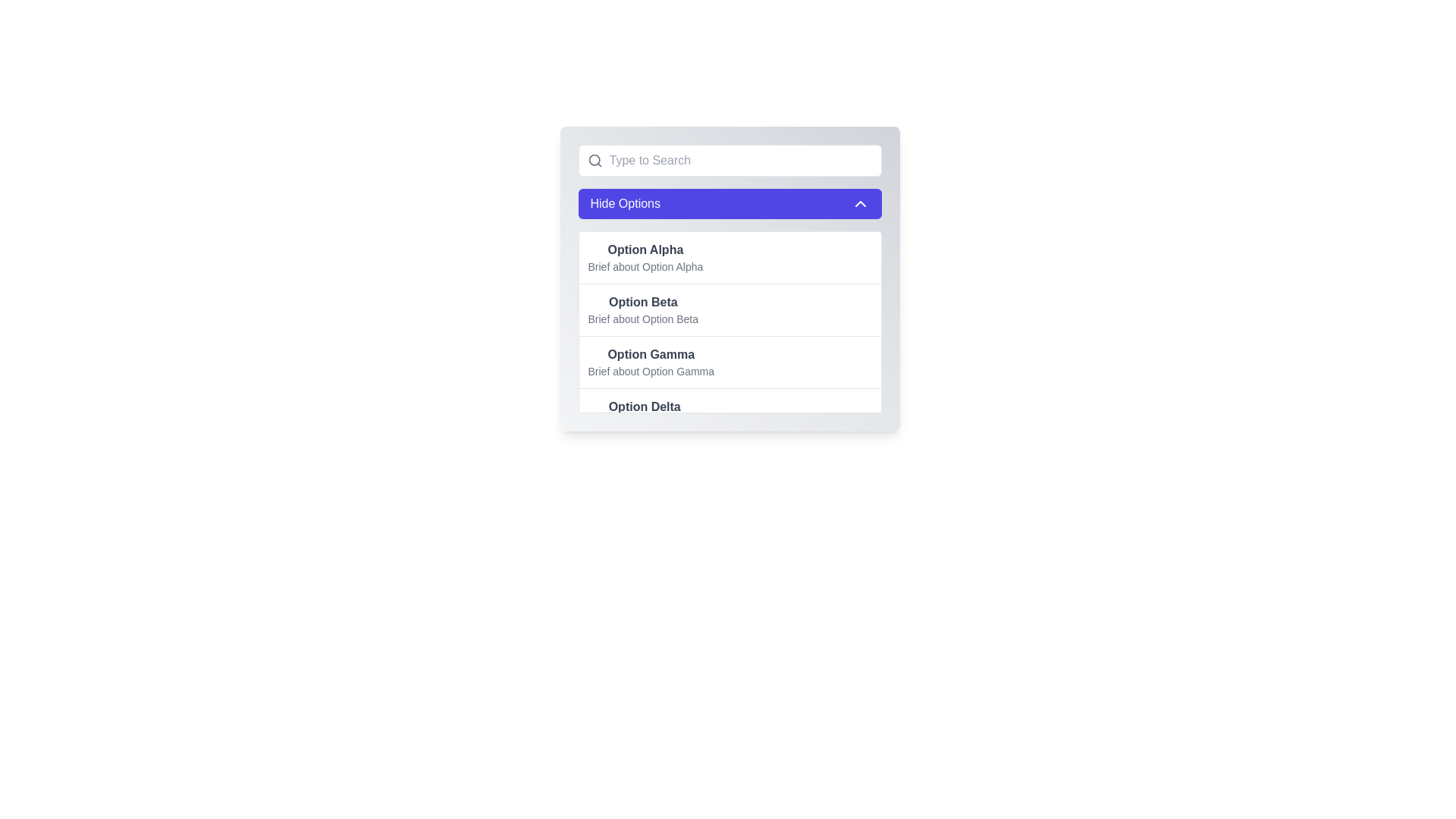 This screenshot has width=1456, height=819. What do you see at coordinates (643, 302) in the screenshot?
I see `text content of the bold, large-sized label 'Option Beta' displayed in dark gray font, which is the second item in a vertical list of selectable options` at bounding box center [643, 302].